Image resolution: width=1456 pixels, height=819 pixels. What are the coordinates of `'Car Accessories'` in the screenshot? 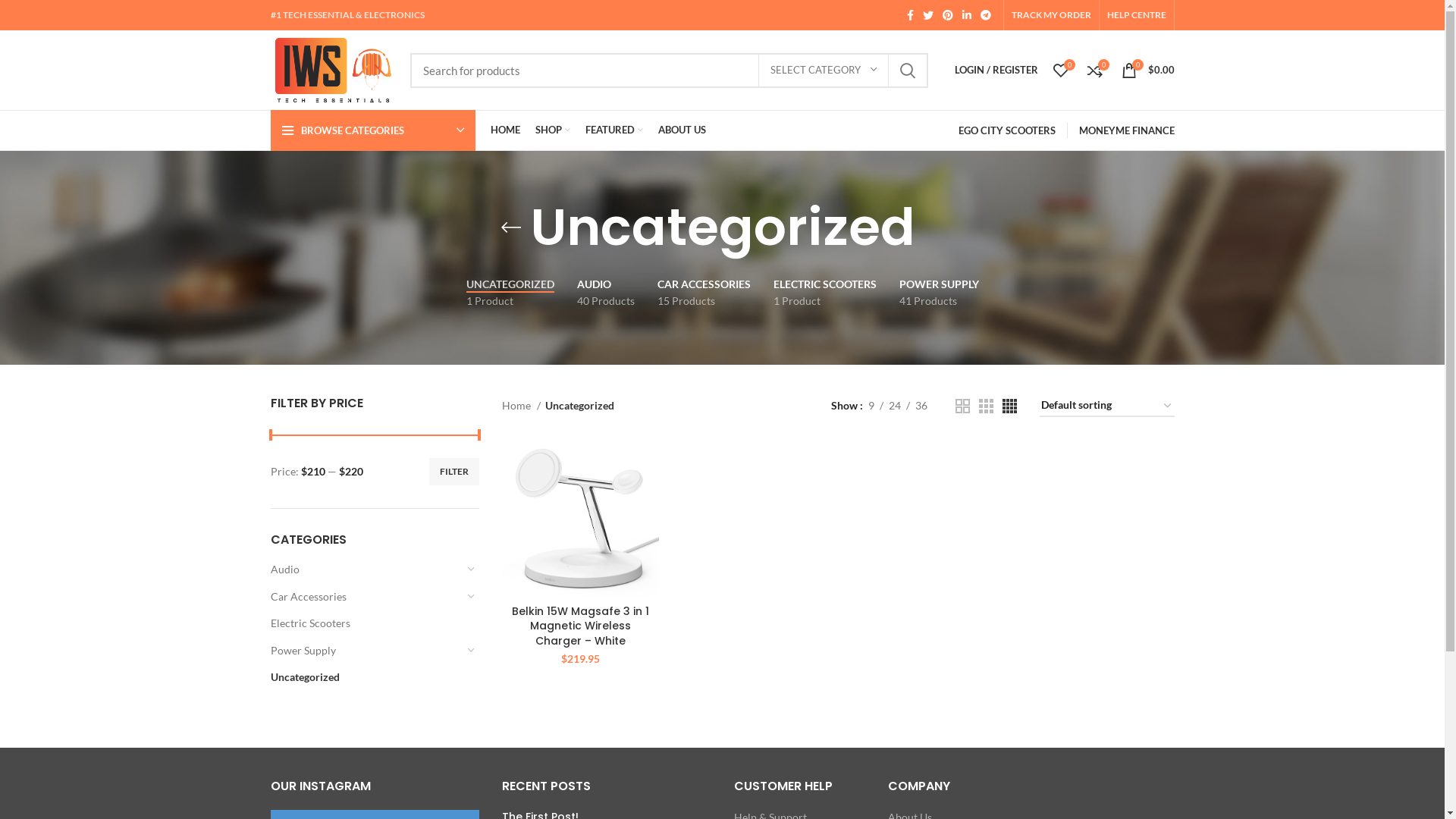 It's located at (365, 595).